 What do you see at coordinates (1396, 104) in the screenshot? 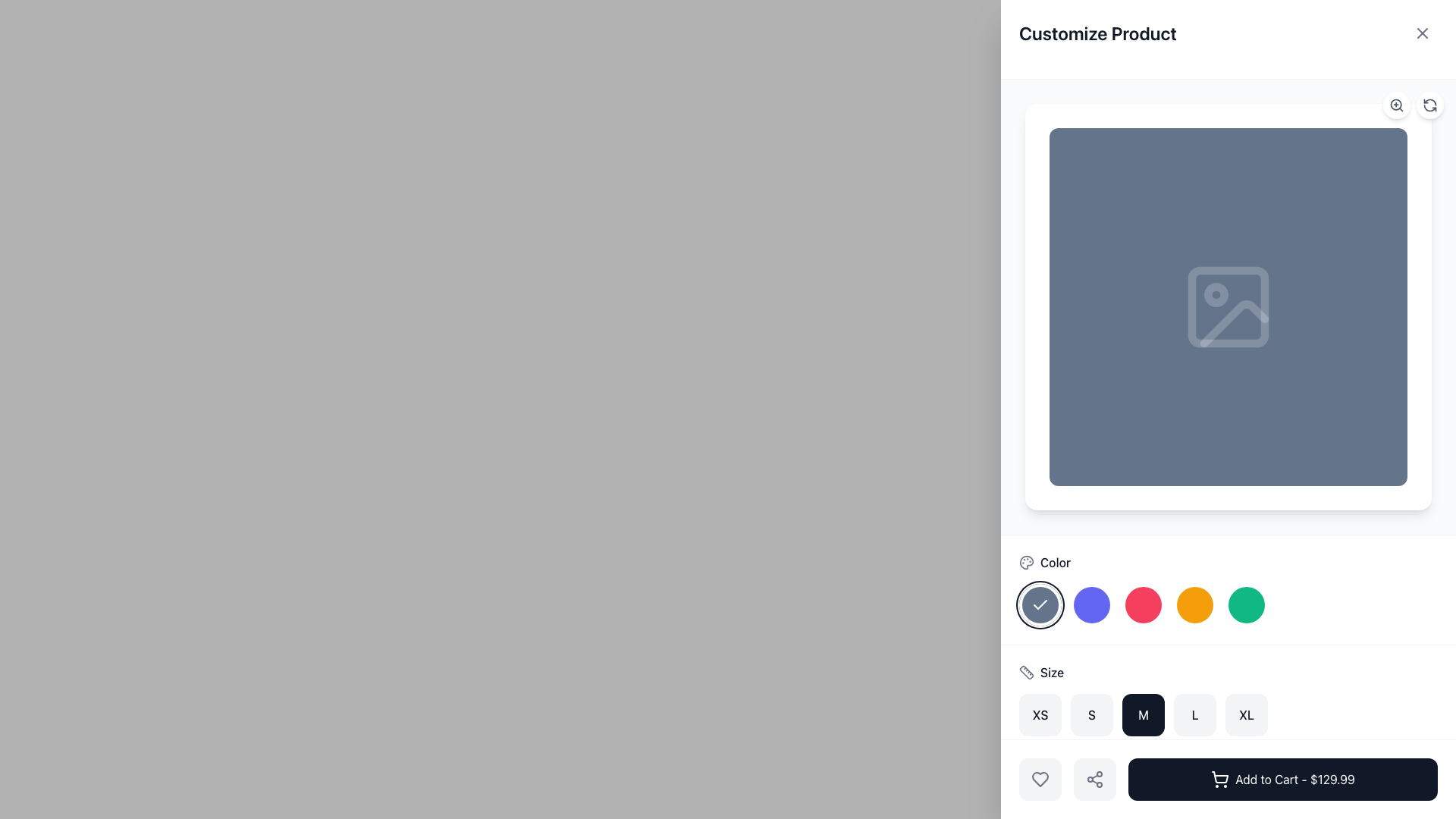
I see `the gray magnifying glass icon with a plus sign to zoom in on the image` at bounding box center [1396, 104].